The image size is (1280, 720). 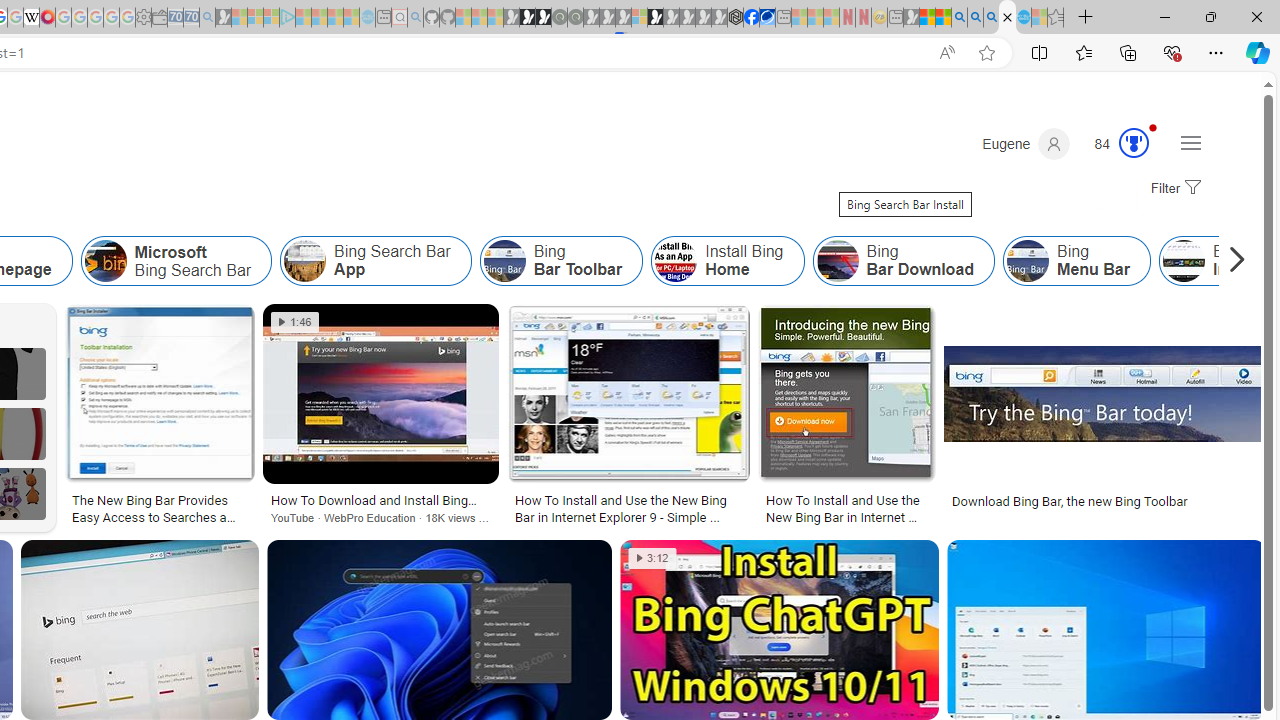 I want to click on 'AutomationID: serp_medal_svg', so click(x=1133, y=141).